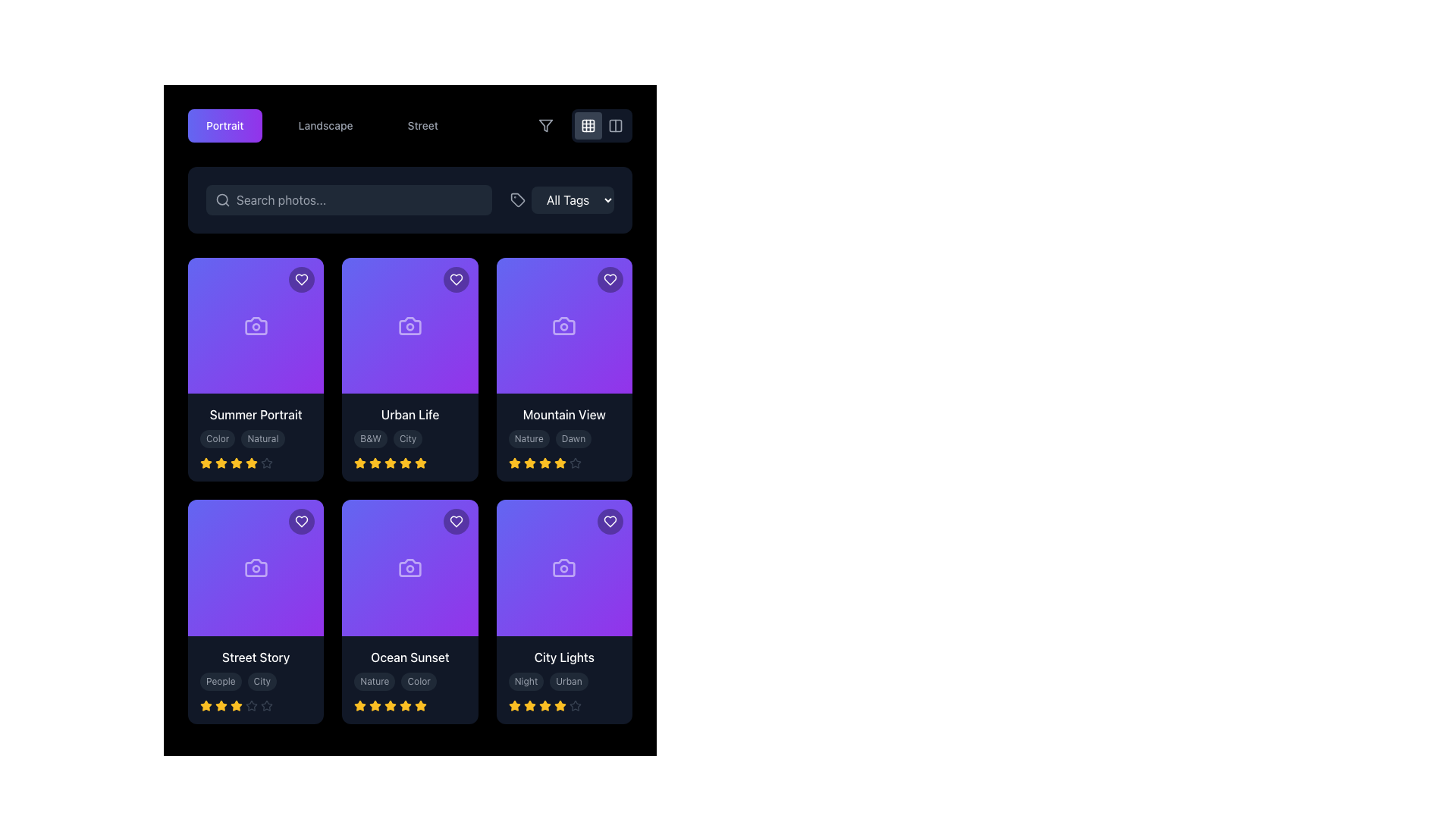  Describe the element at coordinates (514, 705) in the screenshot. I see `the first filled star icon representing the rating under the text 'City Lights' in the last card of the bottom row to modify the rating` at that location.